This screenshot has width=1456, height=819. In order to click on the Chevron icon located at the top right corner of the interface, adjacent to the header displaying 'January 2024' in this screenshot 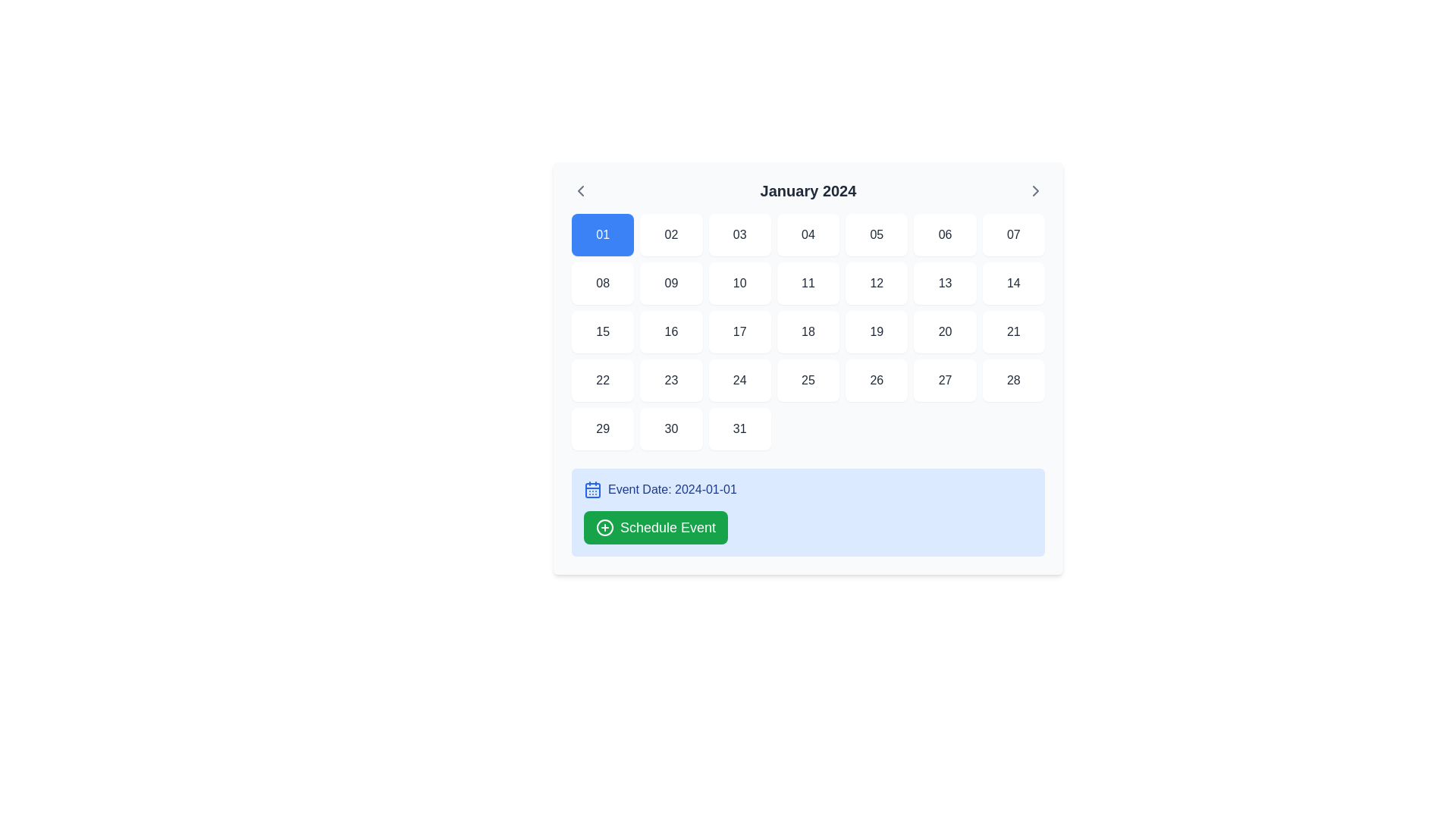, I will do `click(1034, 190)`.